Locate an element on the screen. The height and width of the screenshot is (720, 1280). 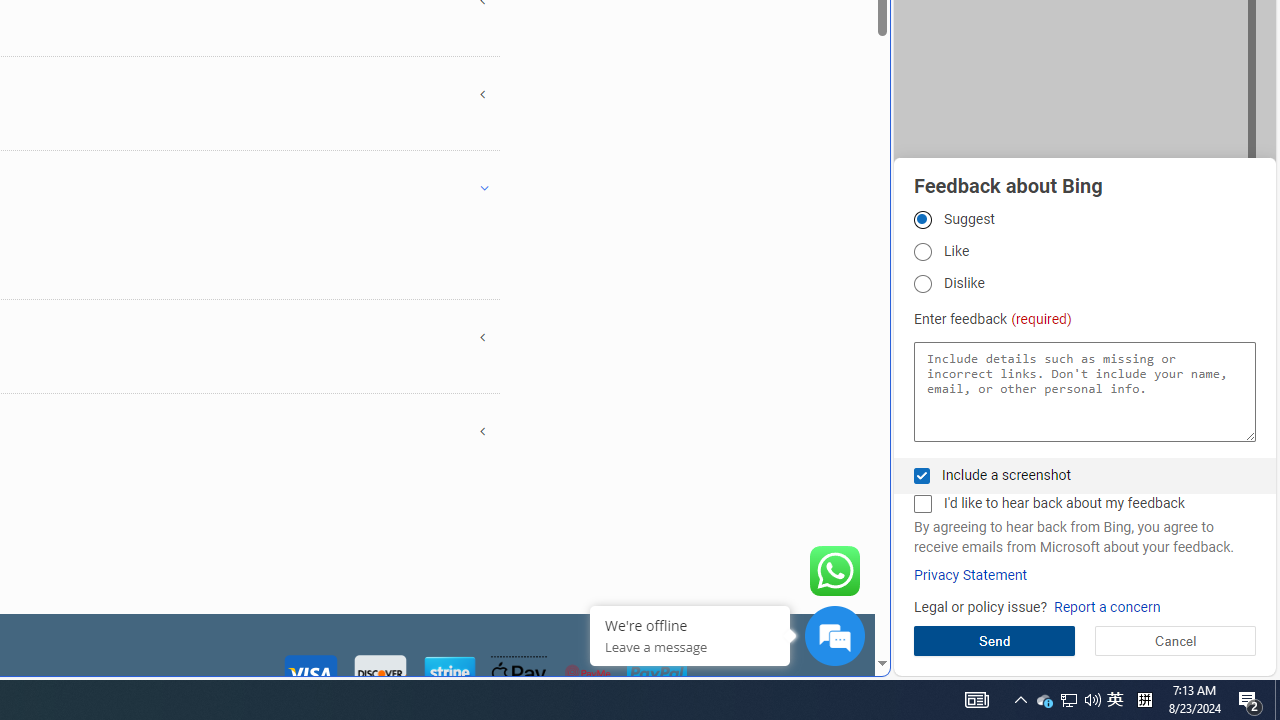
'Include a screenshot' is located at coordinates (921, 475).